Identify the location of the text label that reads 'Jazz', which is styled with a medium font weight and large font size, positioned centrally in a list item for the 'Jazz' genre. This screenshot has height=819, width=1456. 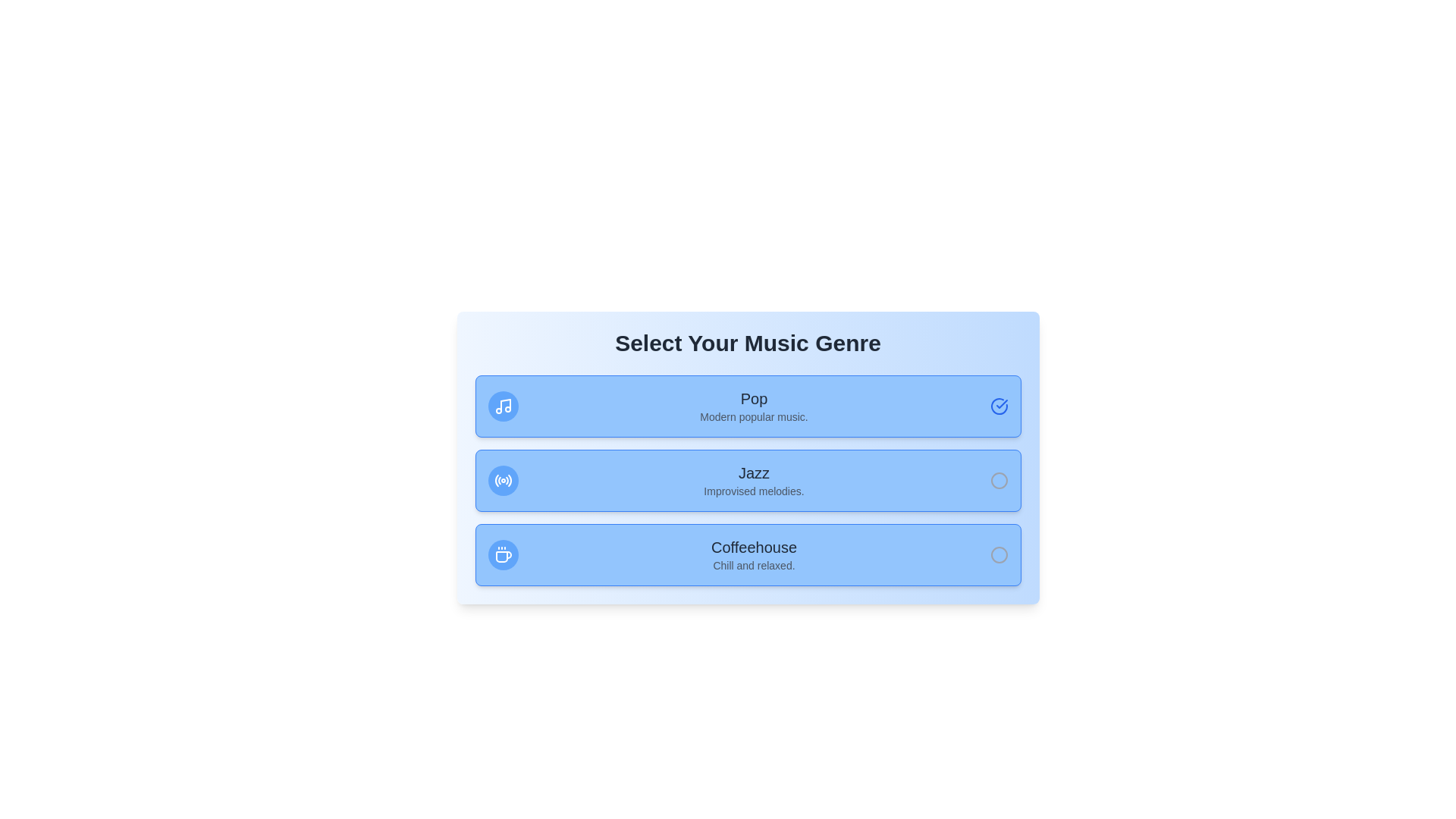
(754, 472).